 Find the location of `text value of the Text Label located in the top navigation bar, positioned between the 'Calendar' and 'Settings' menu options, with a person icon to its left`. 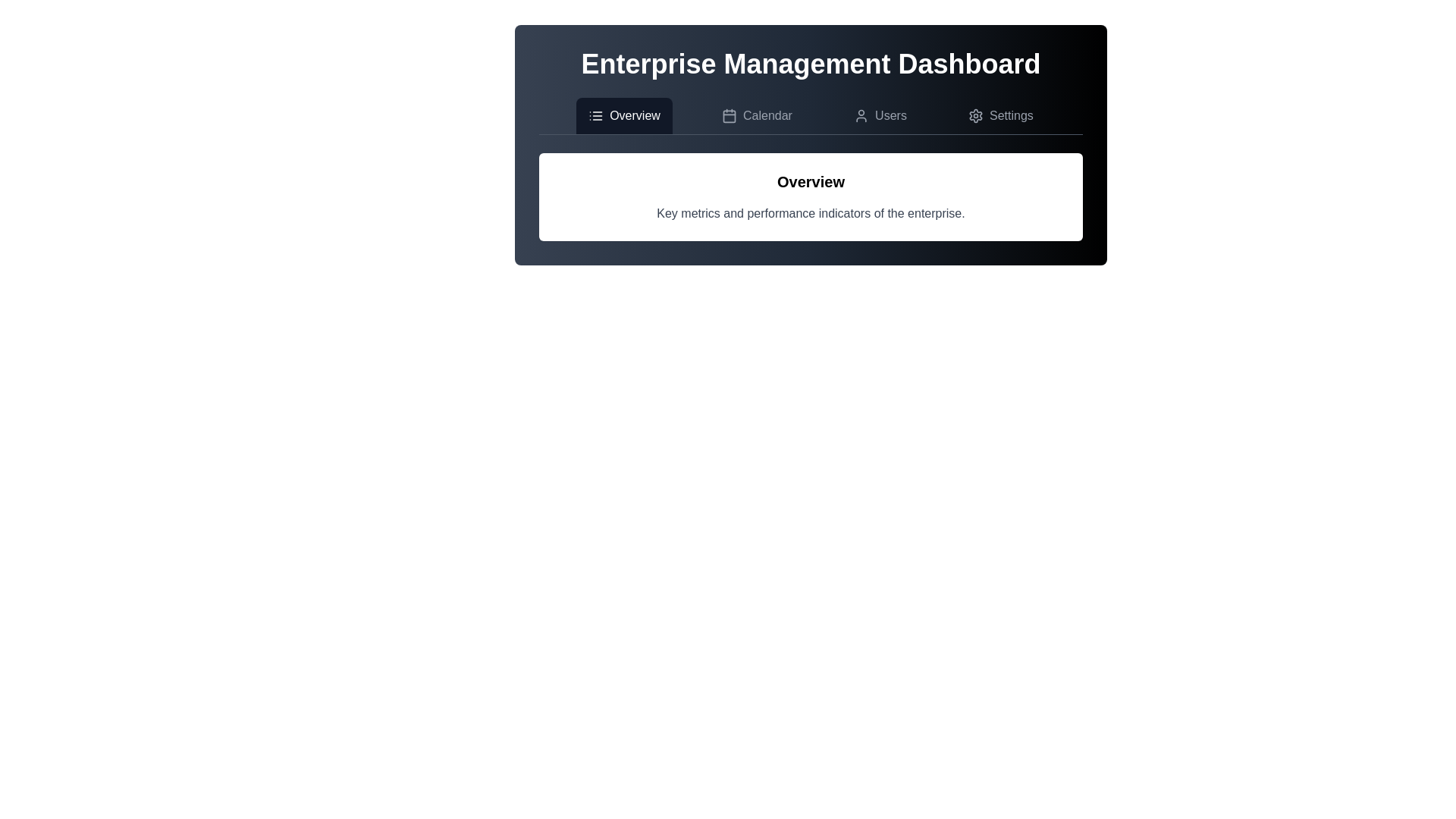

text value of the Text Label located in the top navigation bar, positioned between the 'Calendar' and 'Settings' menu options, with a person icon to its left is located at coordinates (891, 115).